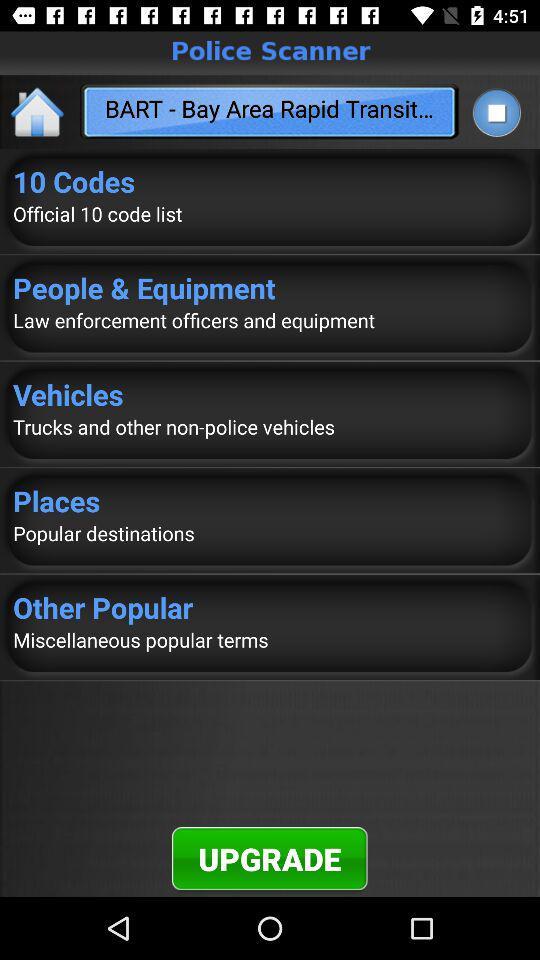 This screenshot has width=540, height=960. What do you see at coordinates (38, 111) in the screenshot?
I see `return to home screen` at bounding box center [38, 111].